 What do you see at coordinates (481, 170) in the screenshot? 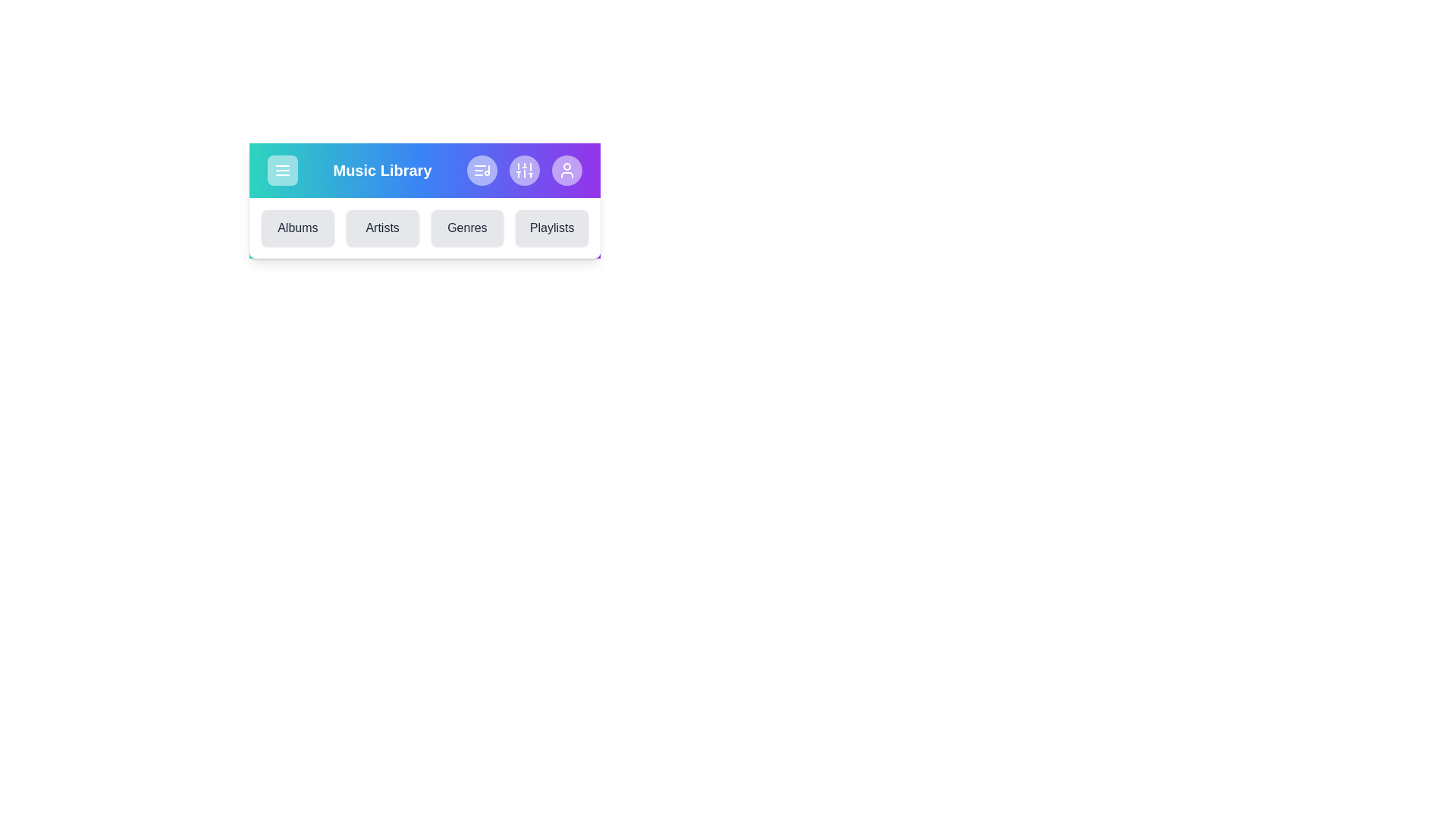
I see `the ListMusic icon in the navigation bar` at bounding box center [481, 170].